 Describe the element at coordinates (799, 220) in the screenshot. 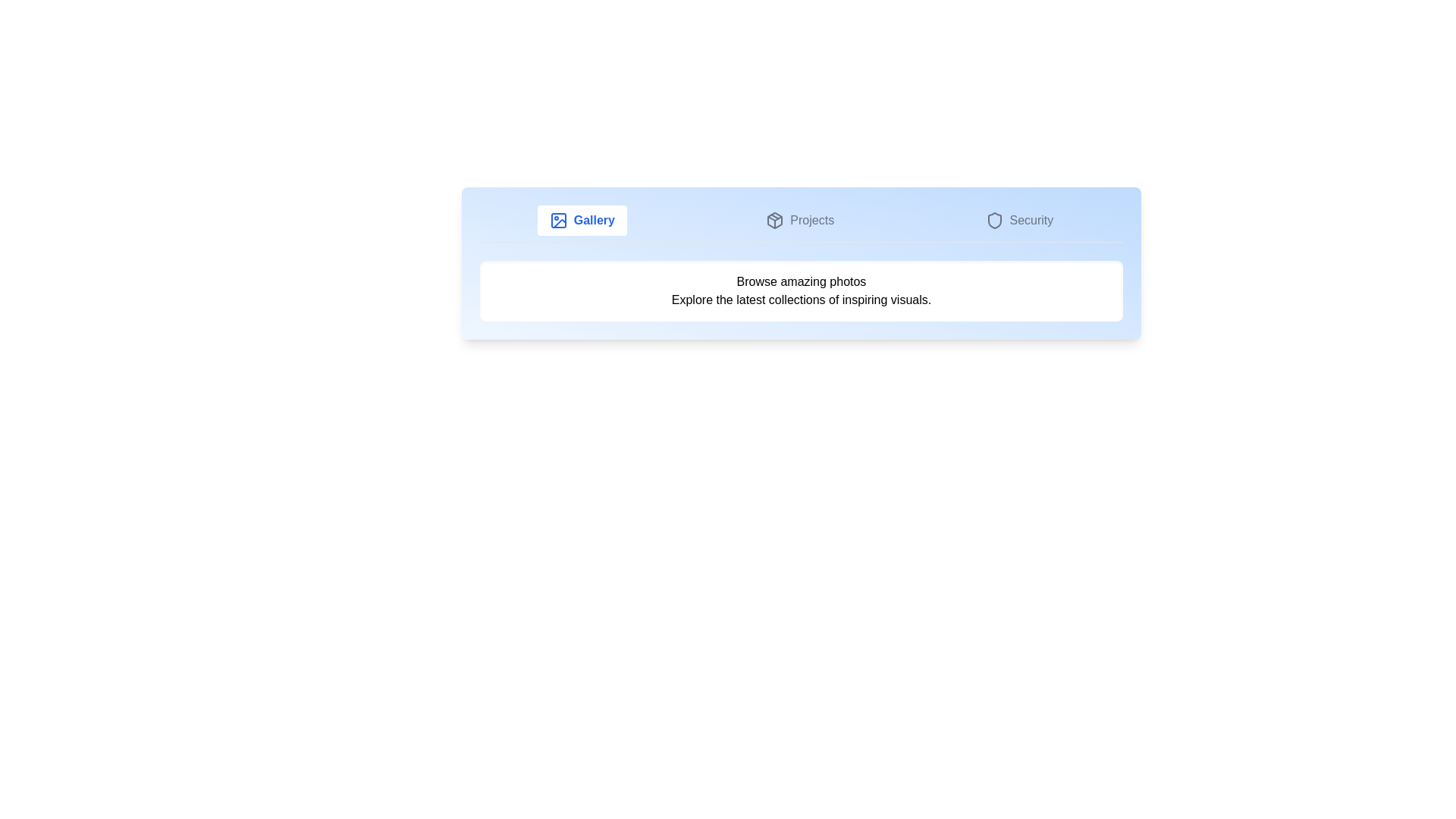

I see `the Projects tab by clicking its respective button` at that location.